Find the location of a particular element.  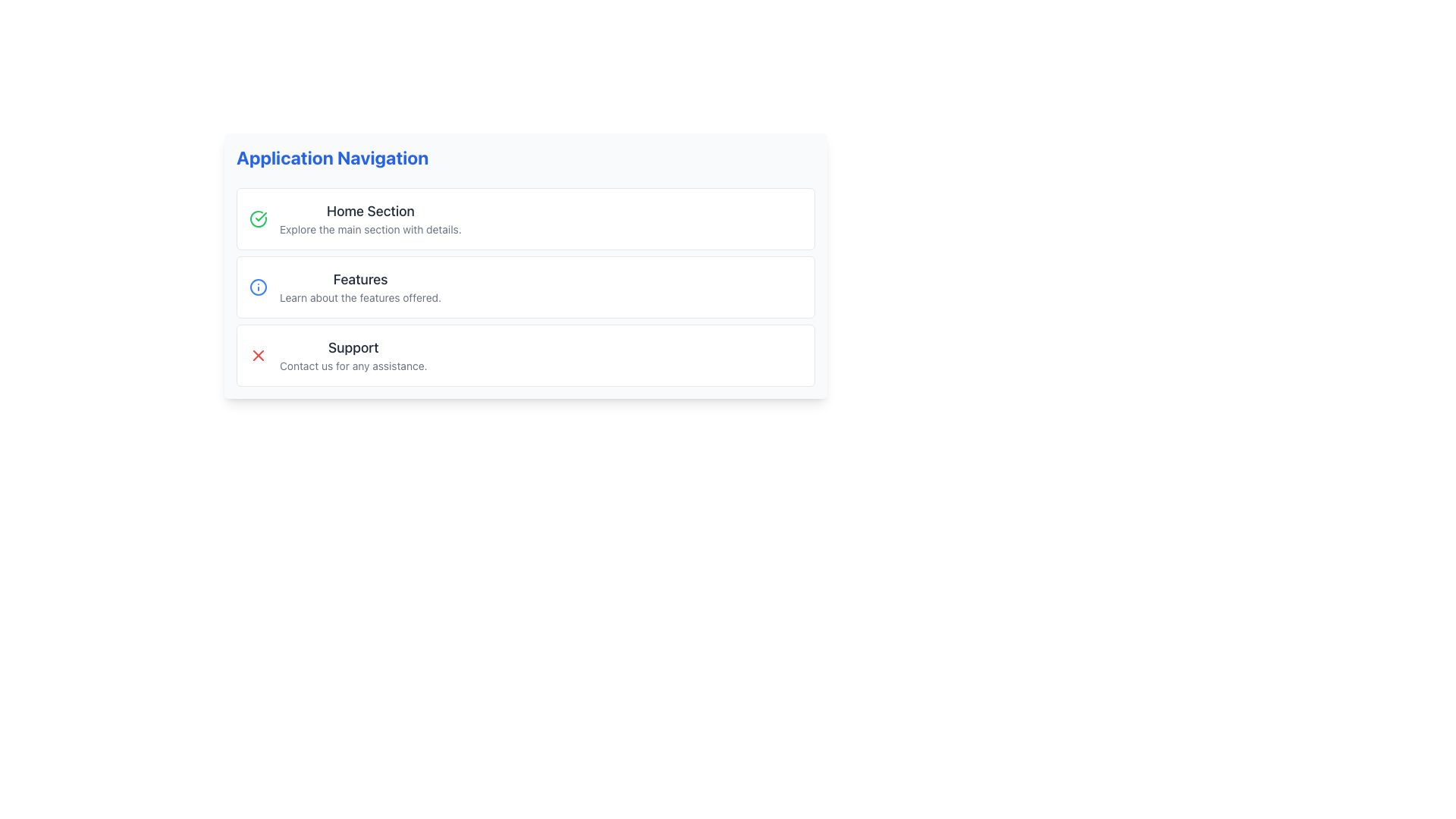

the hyperlink in the top navigation card that redirects to '#section1' to change its color is located at coordinates (370, 211).